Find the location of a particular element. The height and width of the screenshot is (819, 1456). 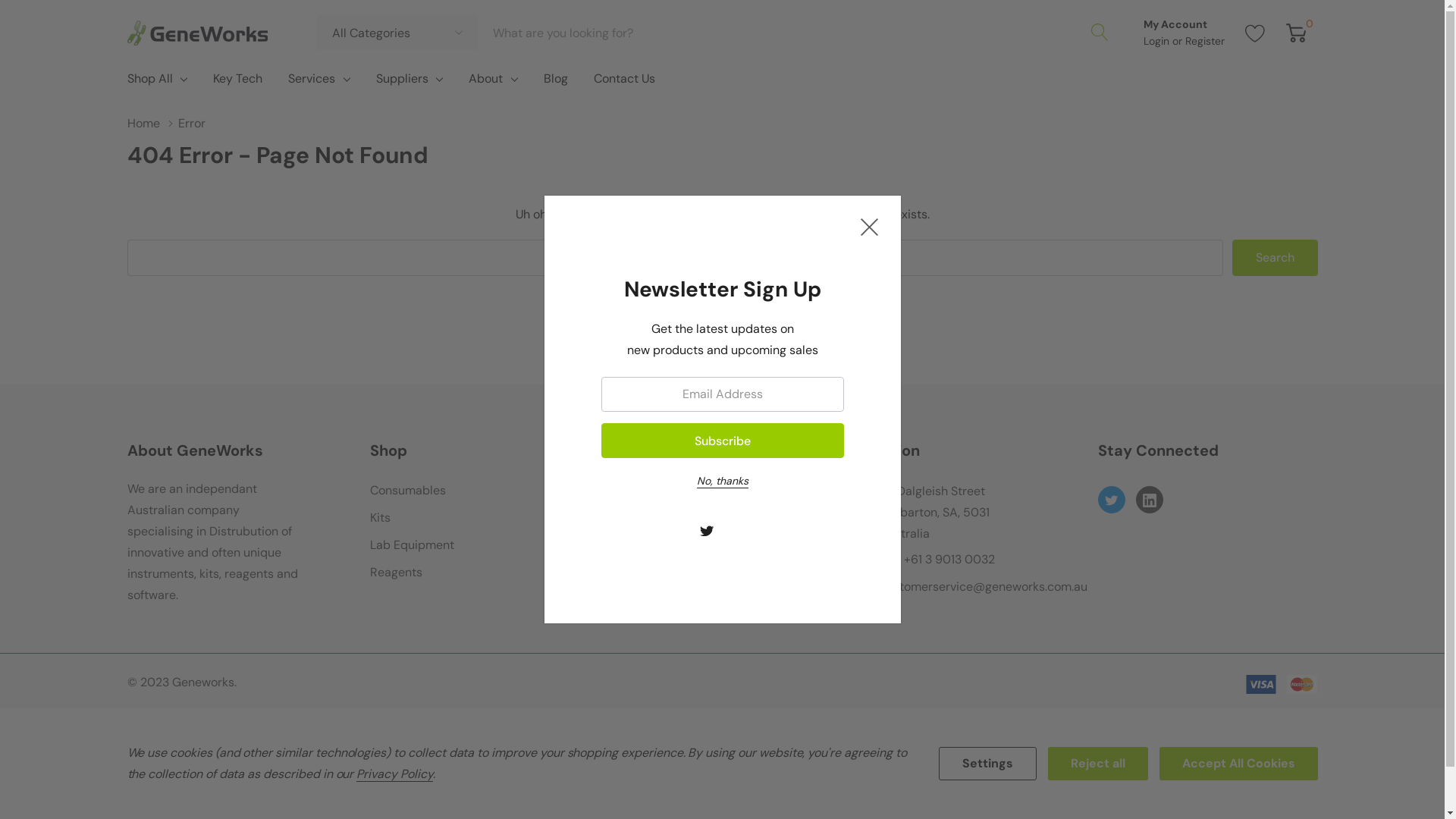

'Login' is located at coordinates (1156, 40).